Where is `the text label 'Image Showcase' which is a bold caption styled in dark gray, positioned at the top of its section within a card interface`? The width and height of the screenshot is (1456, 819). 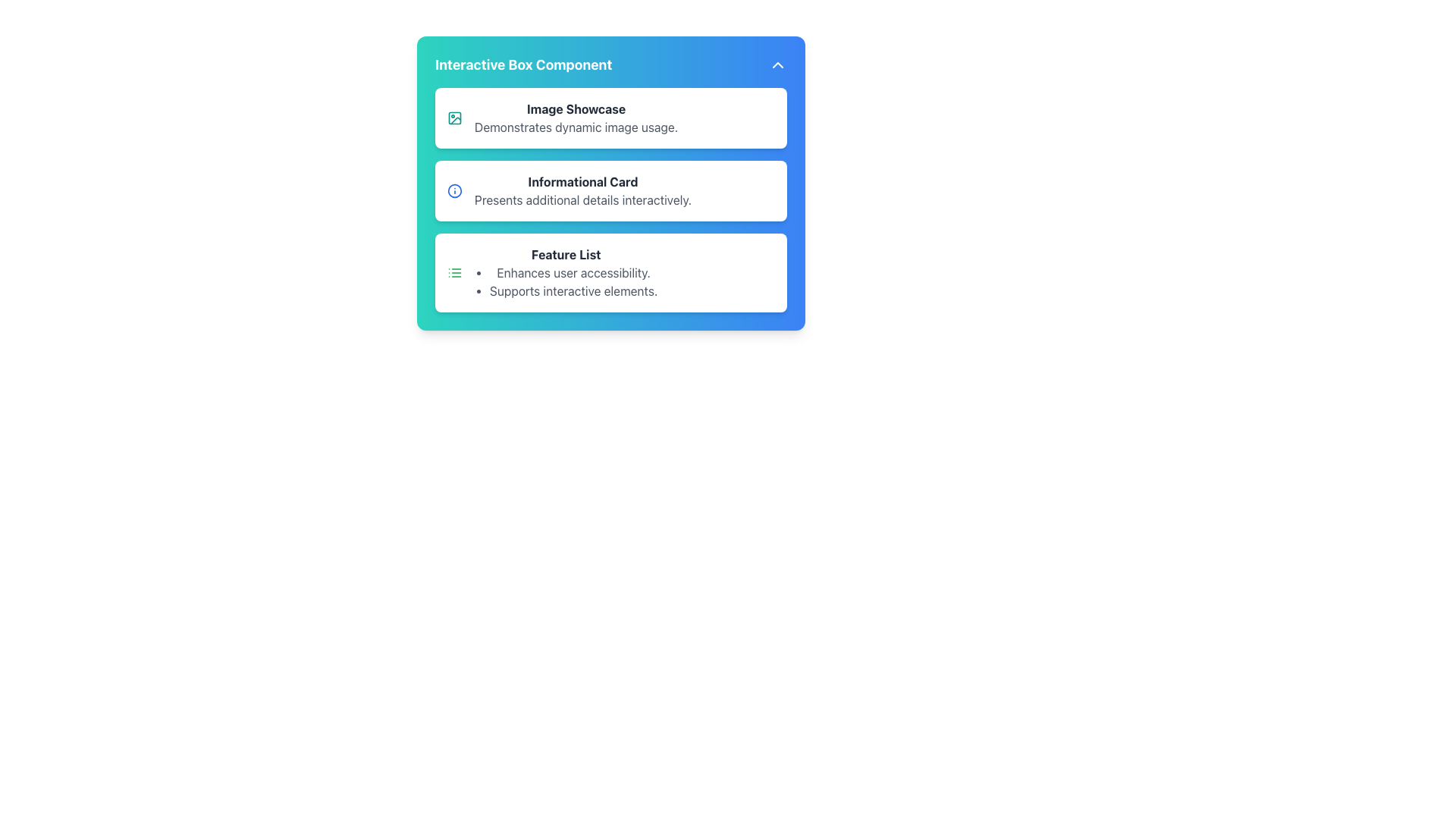 the text label 'Image Showcase' which is a bold caption styled in dark gray, positioned at the top of its section within a card interface is located at coordinates (576, 108).